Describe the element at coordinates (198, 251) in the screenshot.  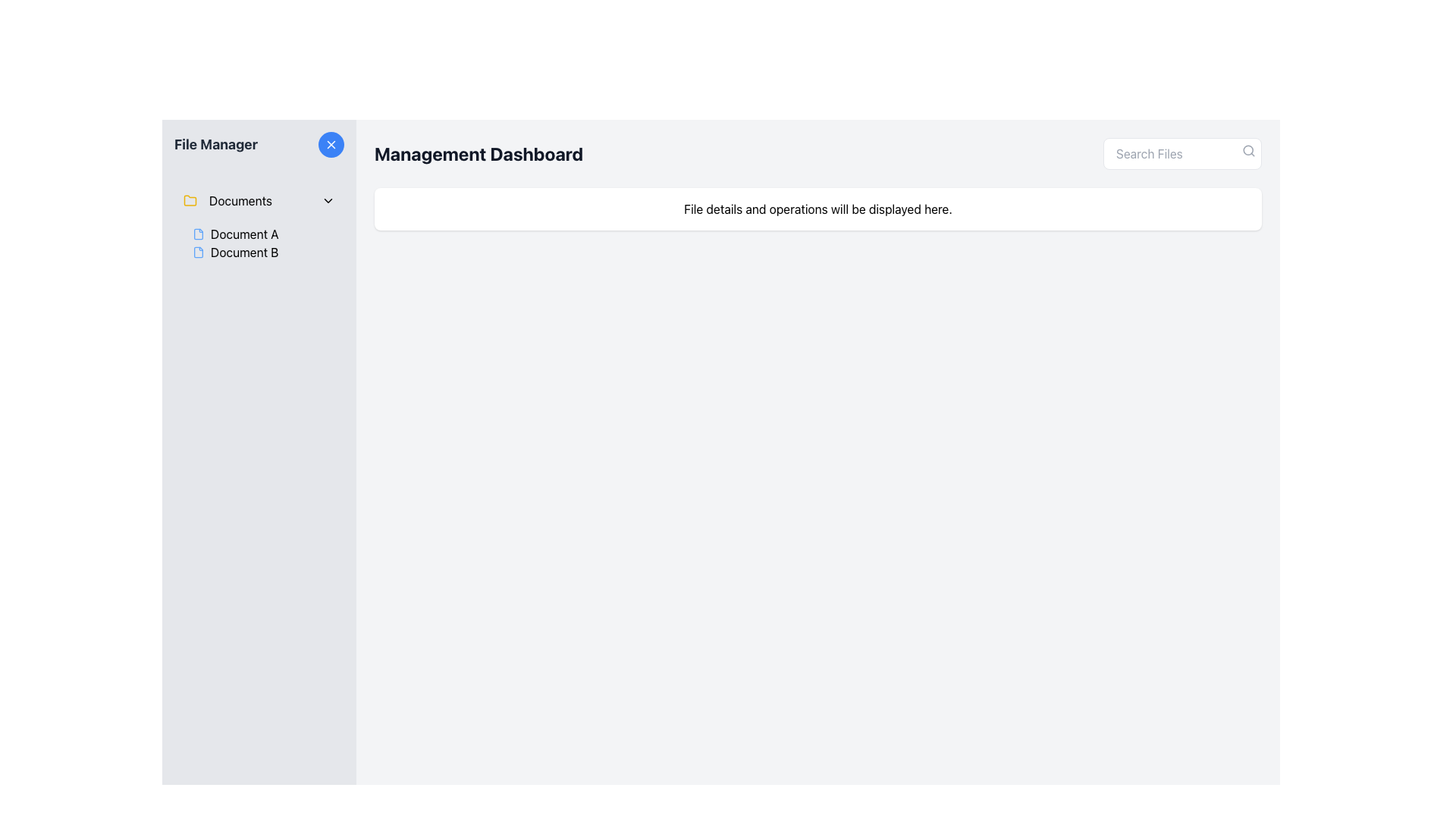
I see `the blue file document icon for 'Document B' in the left-side File Manager panel, located below 'Document A'` at that location.